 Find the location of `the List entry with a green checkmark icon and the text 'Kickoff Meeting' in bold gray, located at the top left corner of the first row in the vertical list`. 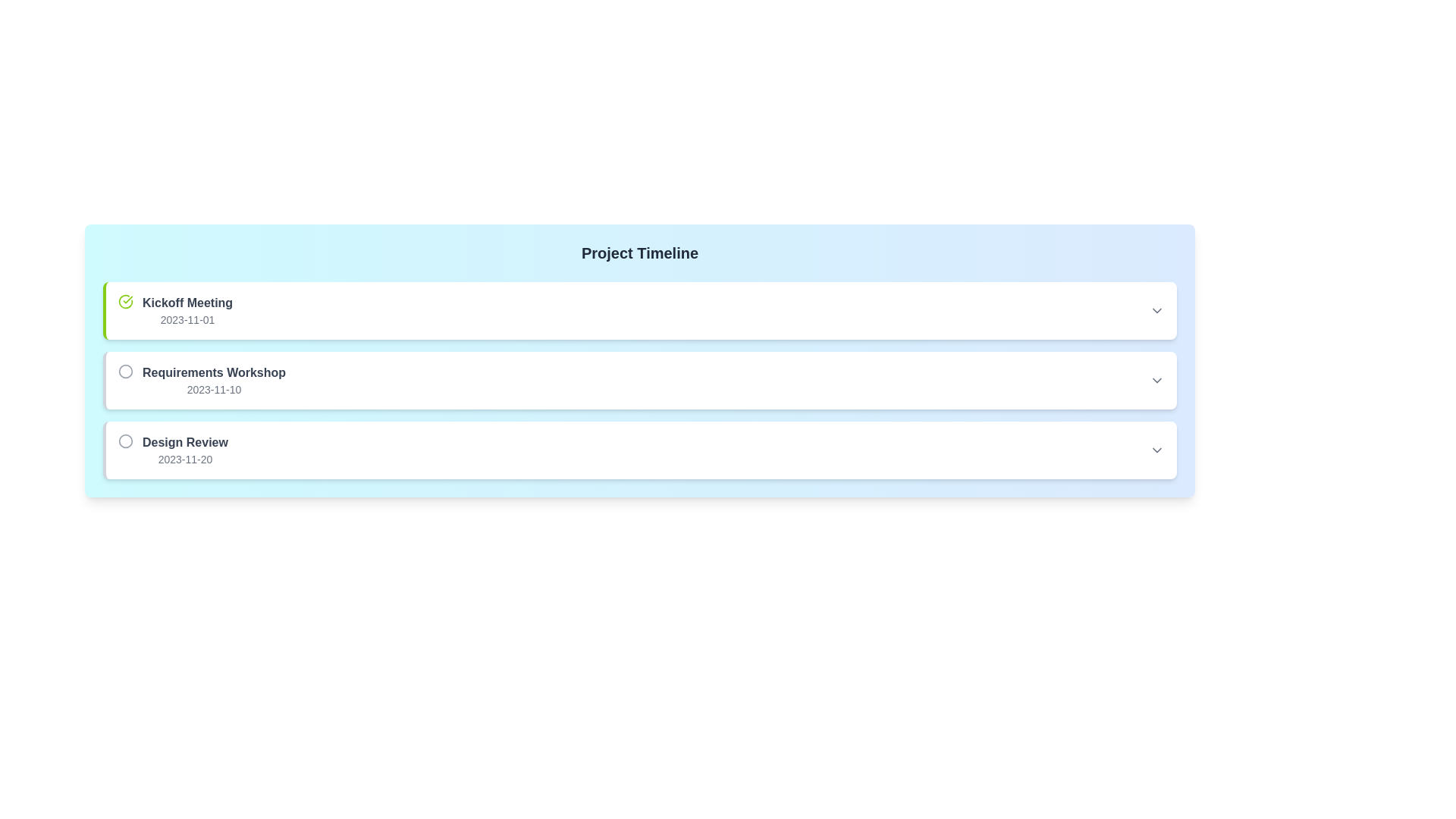

the List entry with a green checkmark icon and the text 'Kickoff Meeting' in bold gray, located at the top left corner of the first row in the vertical list is located at coordinates (175, 309).